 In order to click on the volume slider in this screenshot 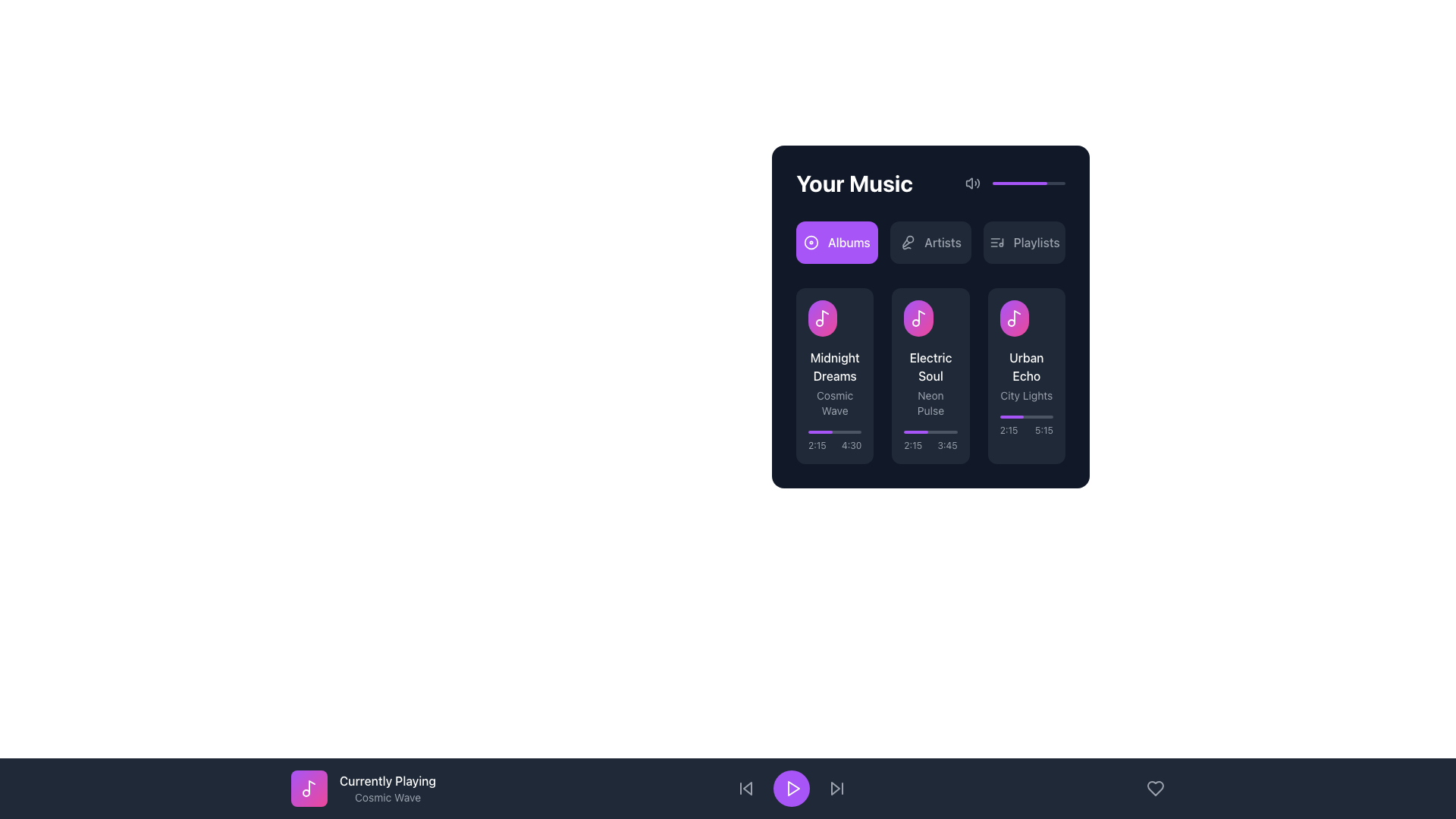, I will do `click(1033, 183)`.